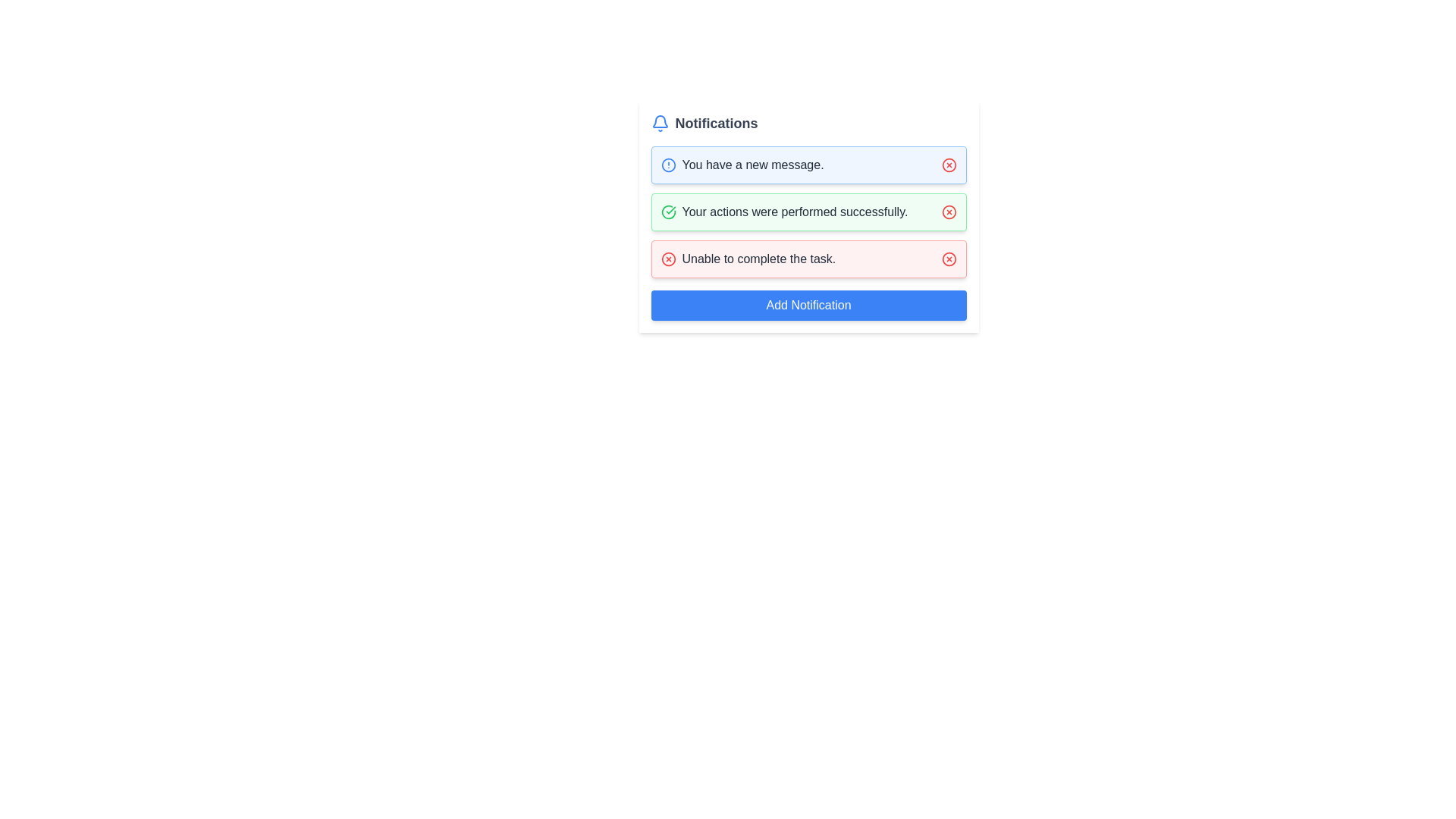 The image size is (1456, 819). What do you see at coordinates (753, 165) in the screenshot?
I see `the Text Label indicating a new message, which is positioned in the notification area next to a blue icon and a close button` at bounding box center [753, 165].